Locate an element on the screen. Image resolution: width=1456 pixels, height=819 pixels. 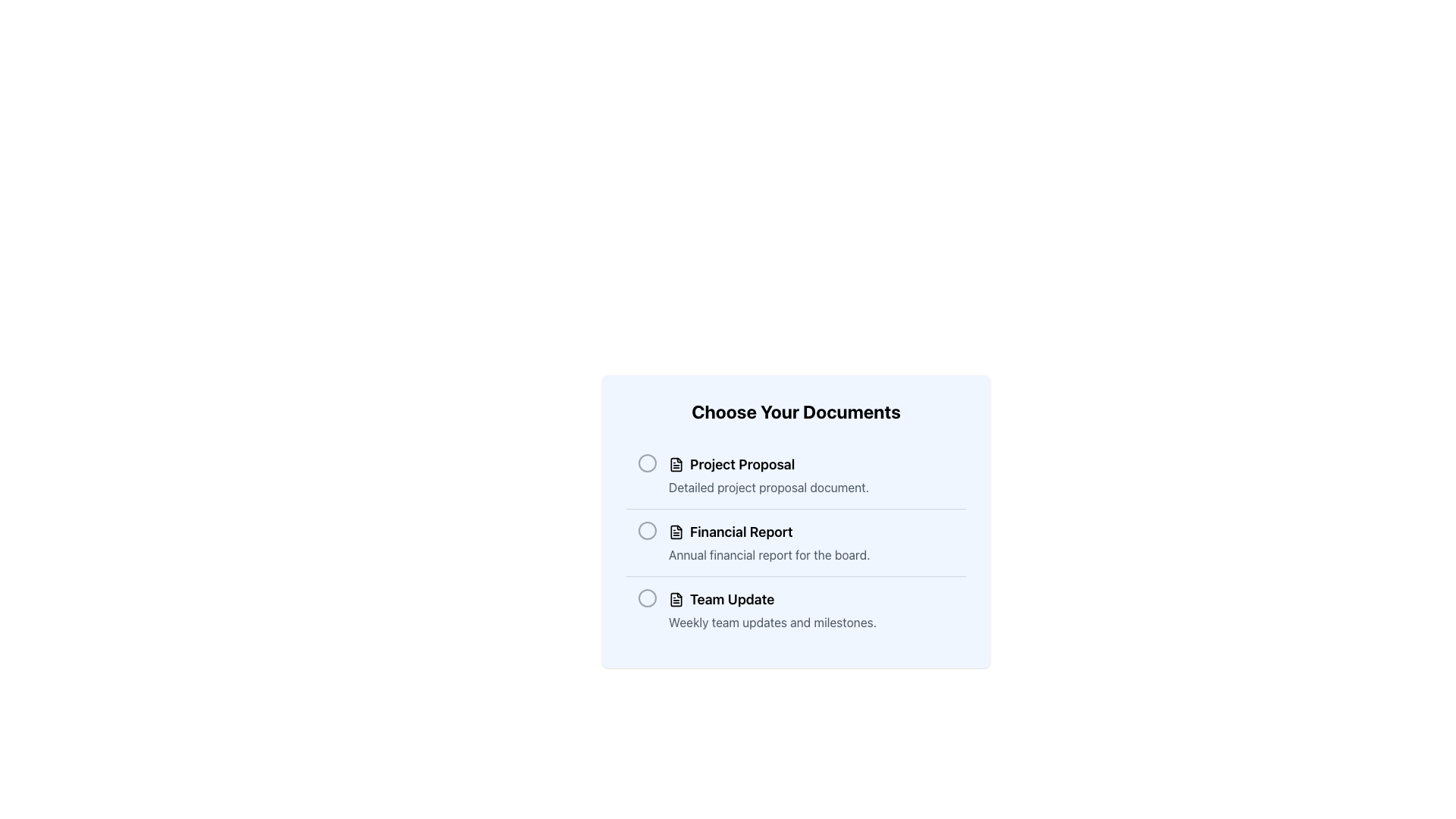
the document icon that visually enhances the 'Financial Report' option, which is located to the left of the 'Financial Report' text in the second item of the list under 'Choose Your Documents' is located at coordinates (676, 532).